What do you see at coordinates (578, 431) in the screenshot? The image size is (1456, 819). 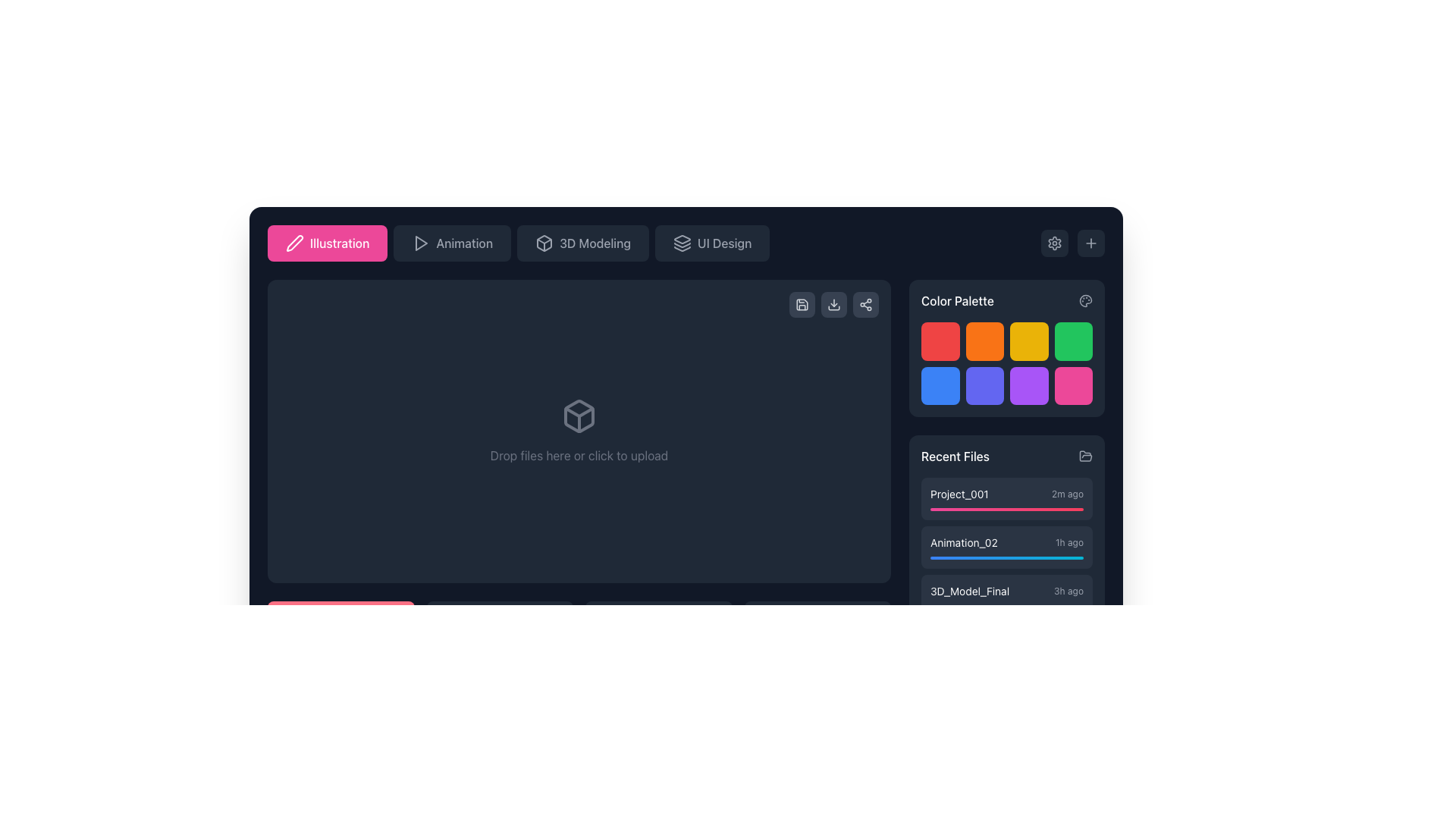 I see `and drop files into the centrally positioned file upload zone, which is surrounded by other controls and elements` at bounding box center [578, 431].